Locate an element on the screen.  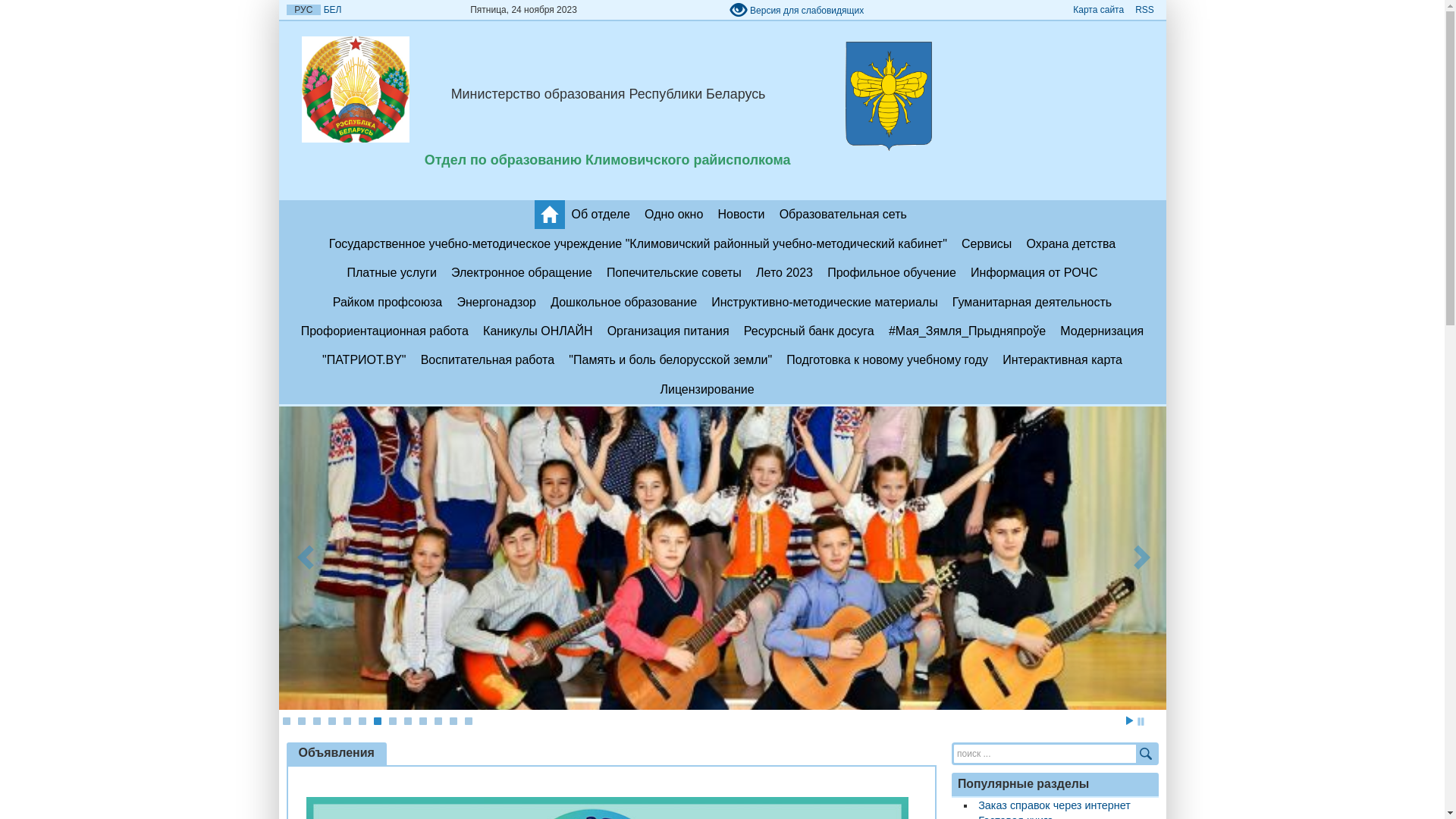
'5' is located at coordinates (345, 720).